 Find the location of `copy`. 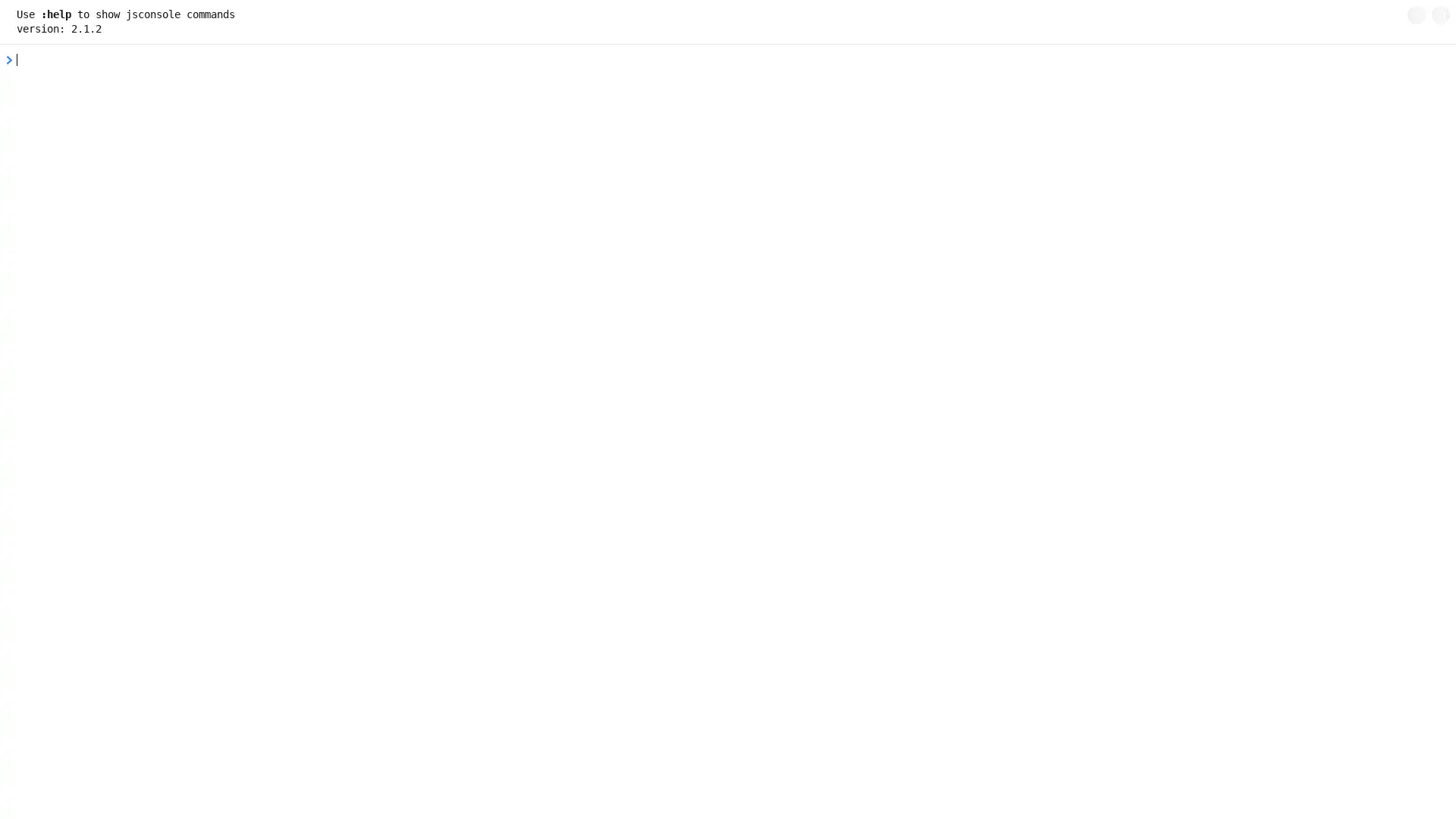

copy is located at coordinates (1440, 14).